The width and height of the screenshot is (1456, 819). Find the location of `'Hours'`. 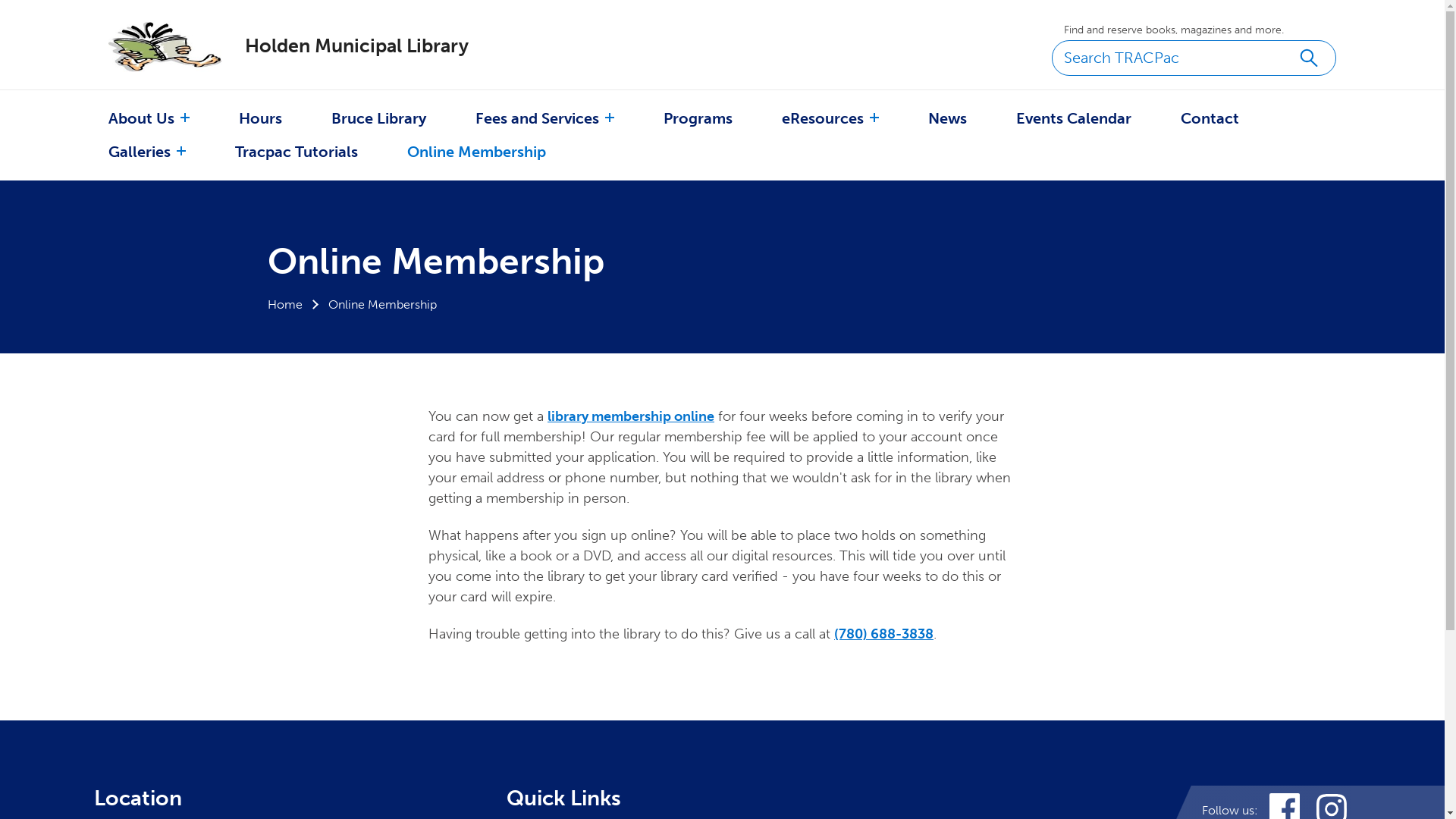

'Hours' is located at coordinates (260, 117).